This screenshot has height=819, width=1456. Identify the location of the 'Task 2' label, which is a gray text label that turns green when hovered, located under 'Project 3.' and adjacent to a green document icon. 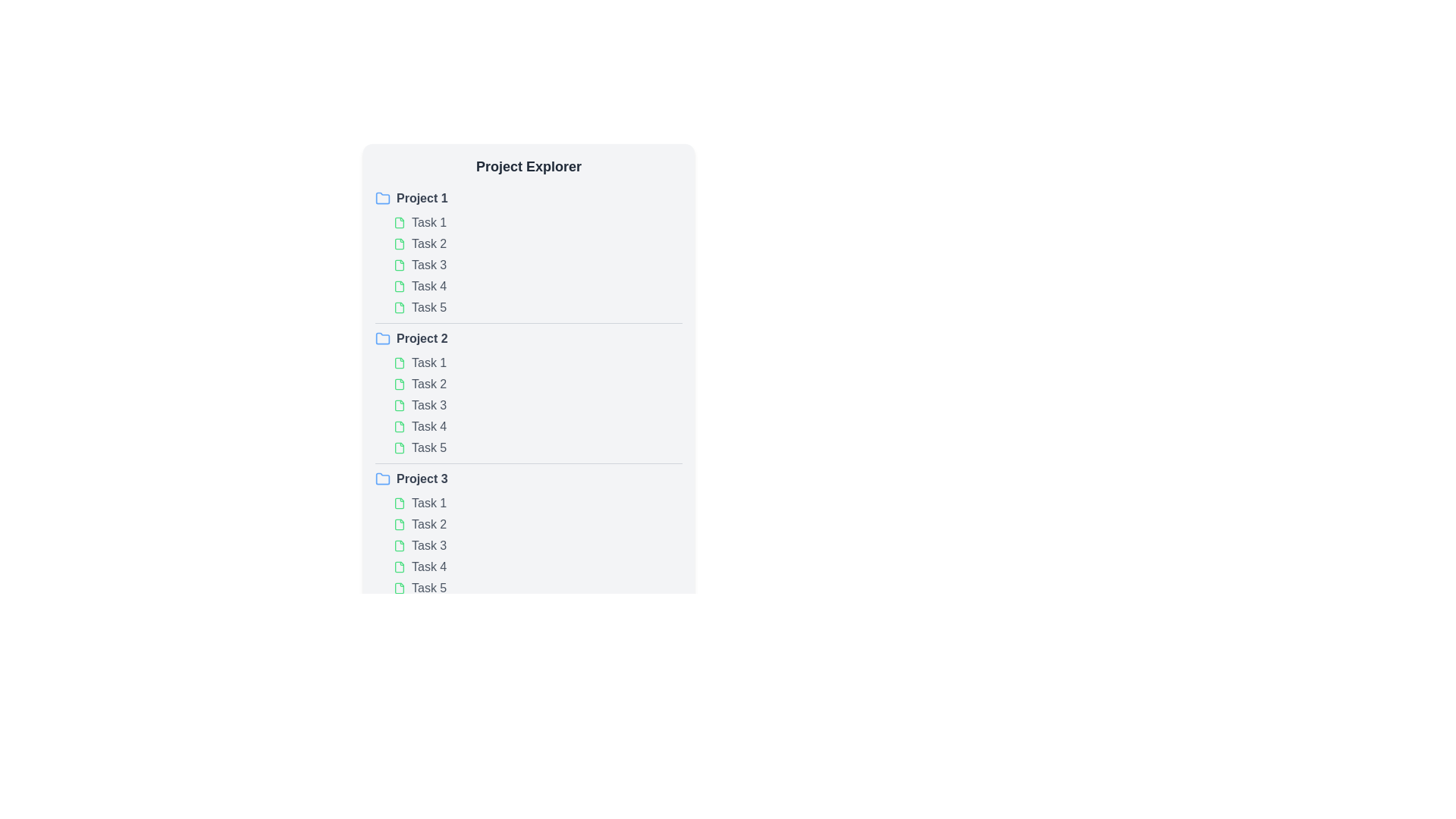
(428, 523).